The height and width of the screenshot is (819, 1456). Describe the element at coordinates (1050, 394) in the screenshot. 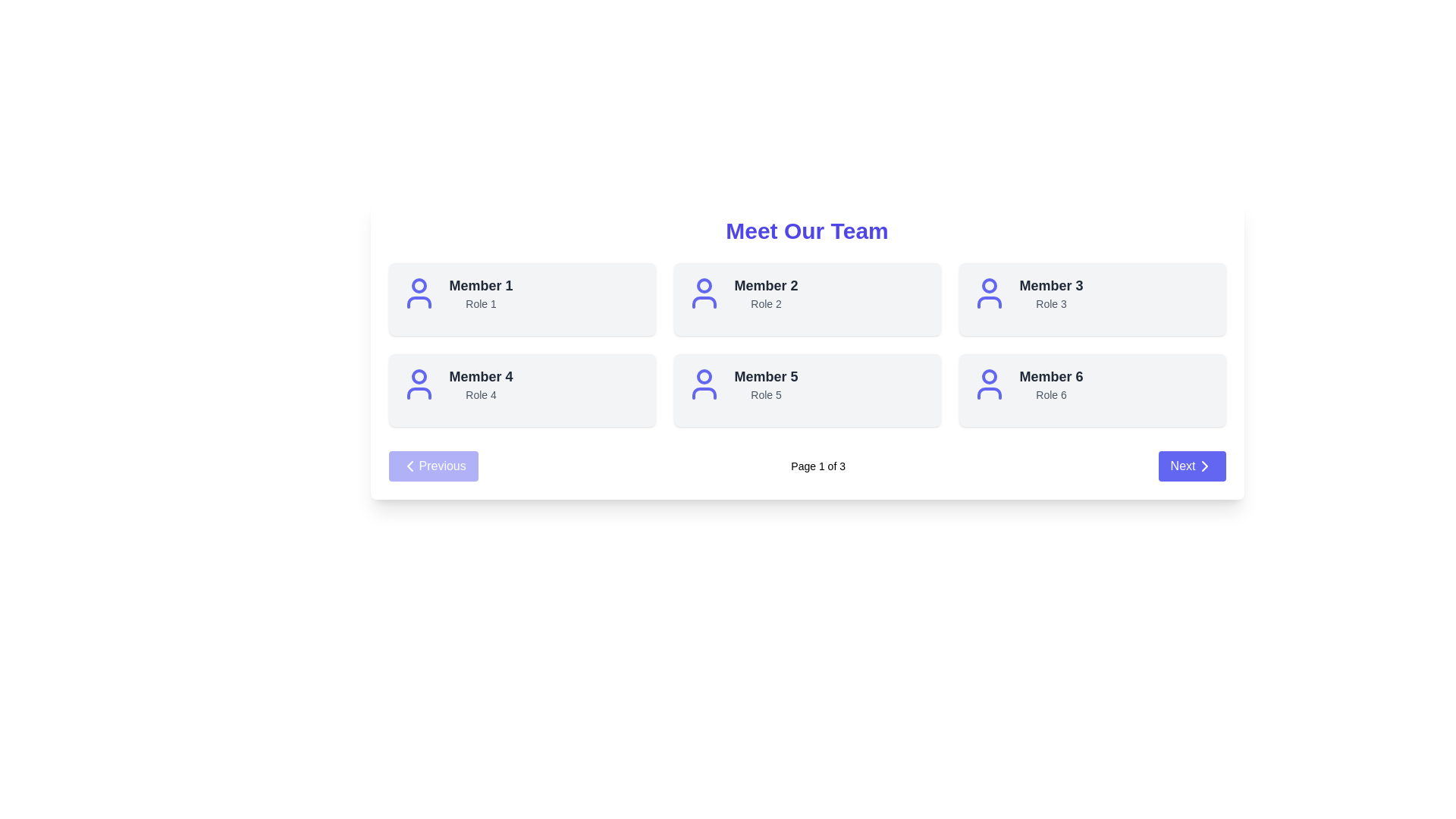

I see `the text label containing the phrase 'Role 6' which is styled in a small gray font and located in the lower section of the card titled 'Member 6'` at that location.